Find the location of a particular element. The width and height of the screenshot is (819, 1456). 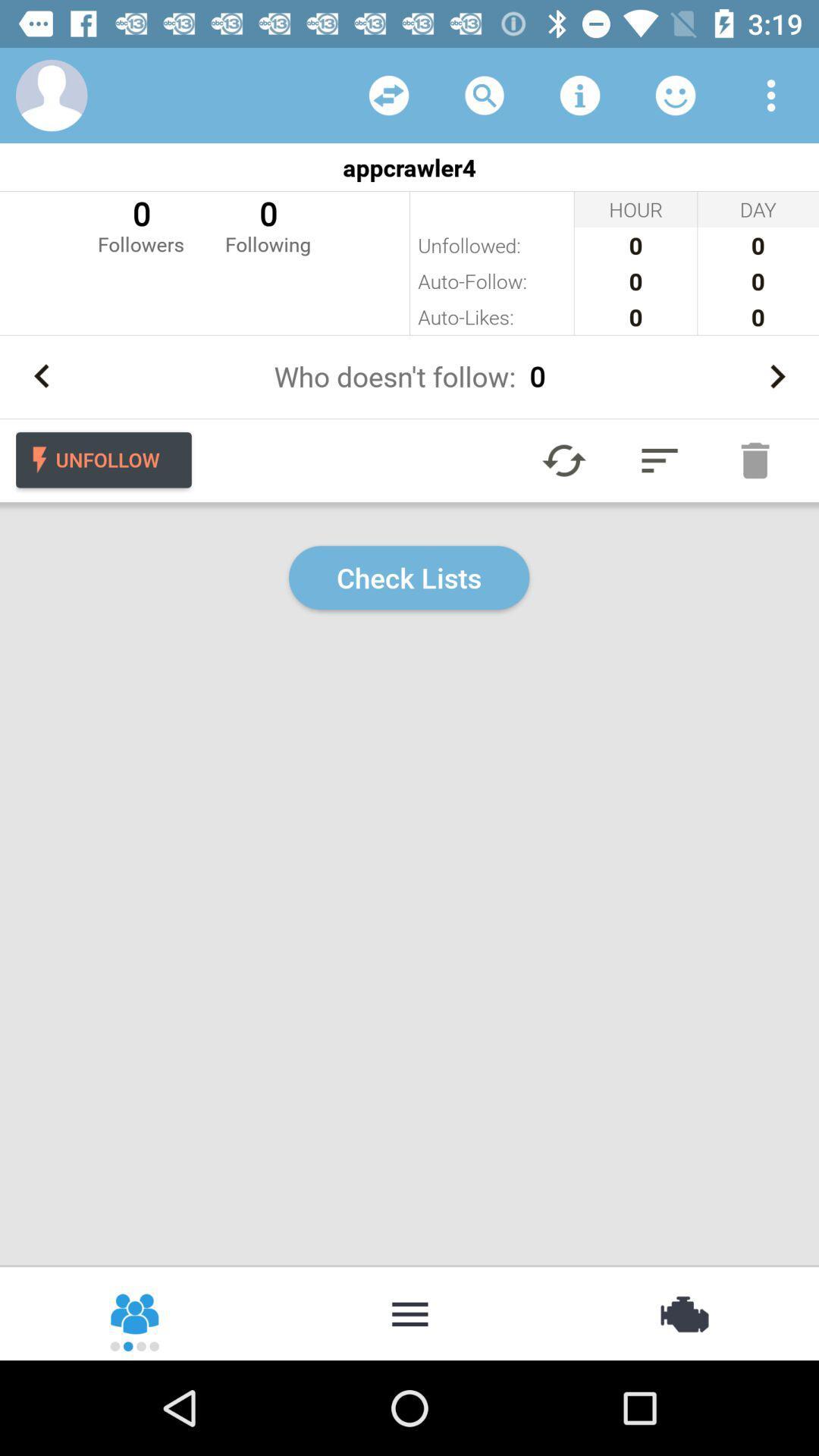

icon to the left of the who doesn t is located at coordinates (41, 376).